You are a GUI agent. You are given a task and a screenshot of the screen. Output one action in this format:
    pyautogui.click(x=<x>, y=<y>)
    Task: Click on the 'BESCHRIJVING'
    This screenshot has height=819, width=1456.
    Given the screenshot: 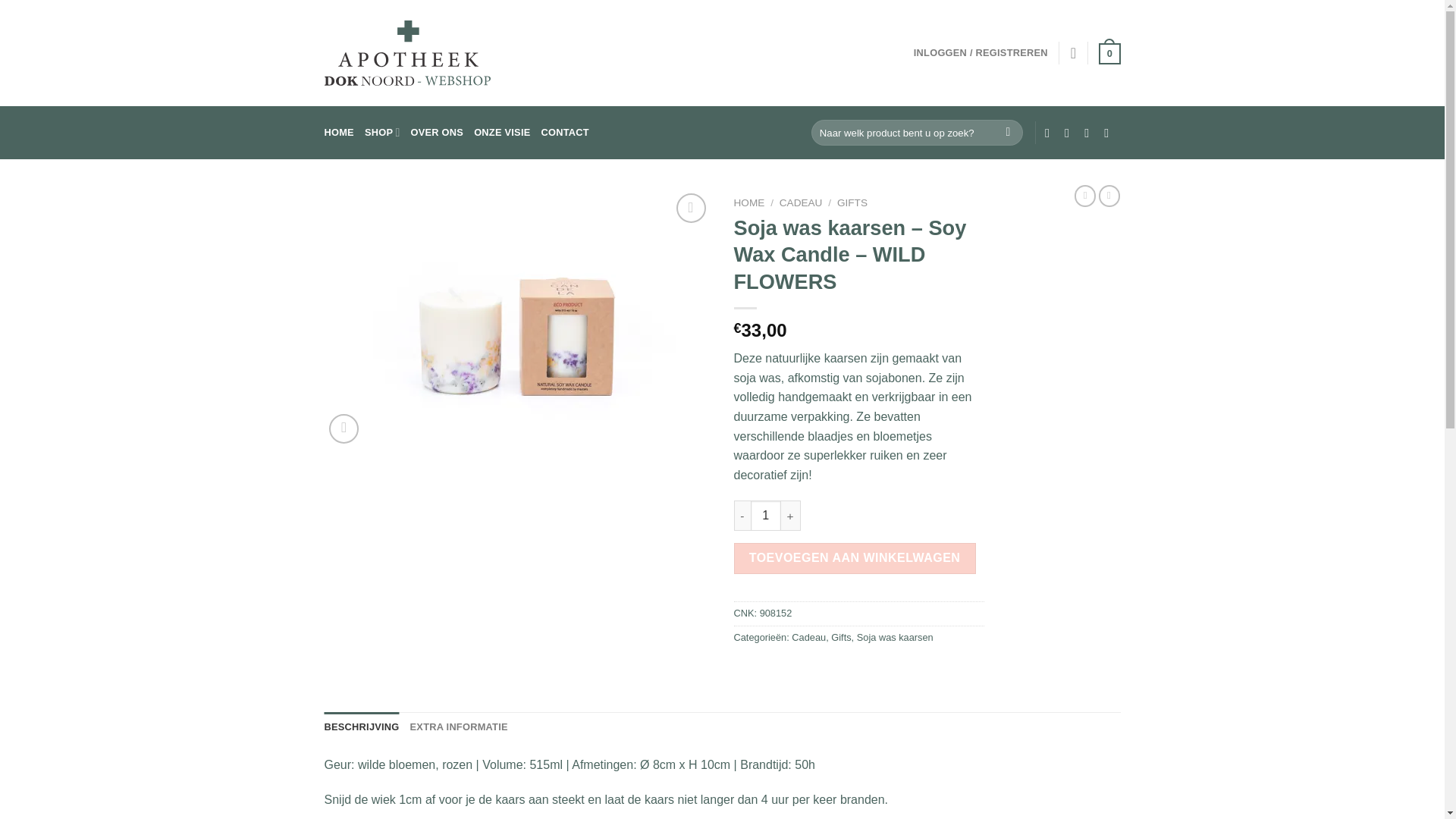 What is the action you would take?
    pyautogui.click(x=361, y=726)
    